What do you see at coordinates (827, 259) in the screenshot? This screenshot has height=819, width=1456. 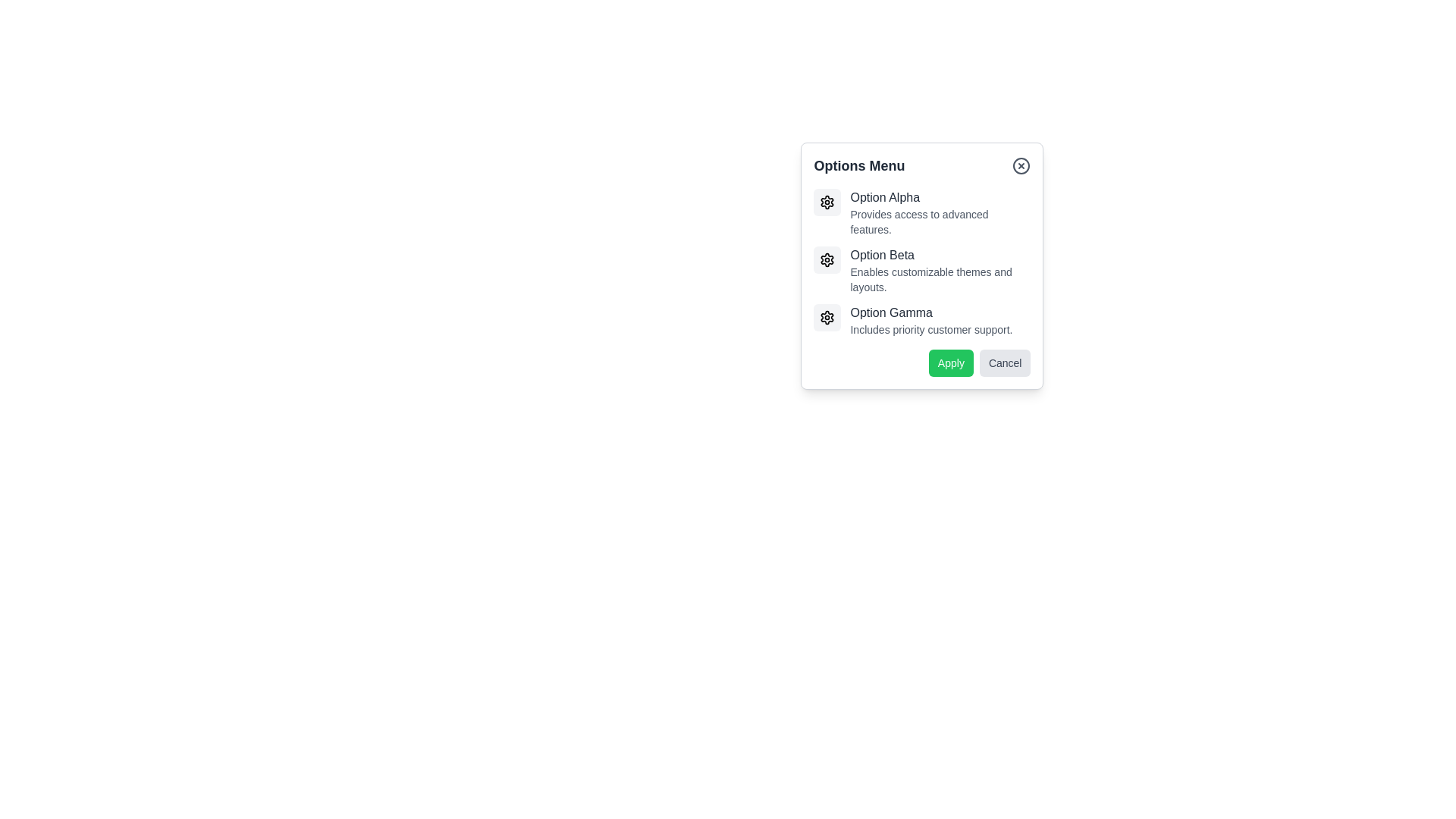 I see `the settings icon button located` at bounding box center [827, 259].